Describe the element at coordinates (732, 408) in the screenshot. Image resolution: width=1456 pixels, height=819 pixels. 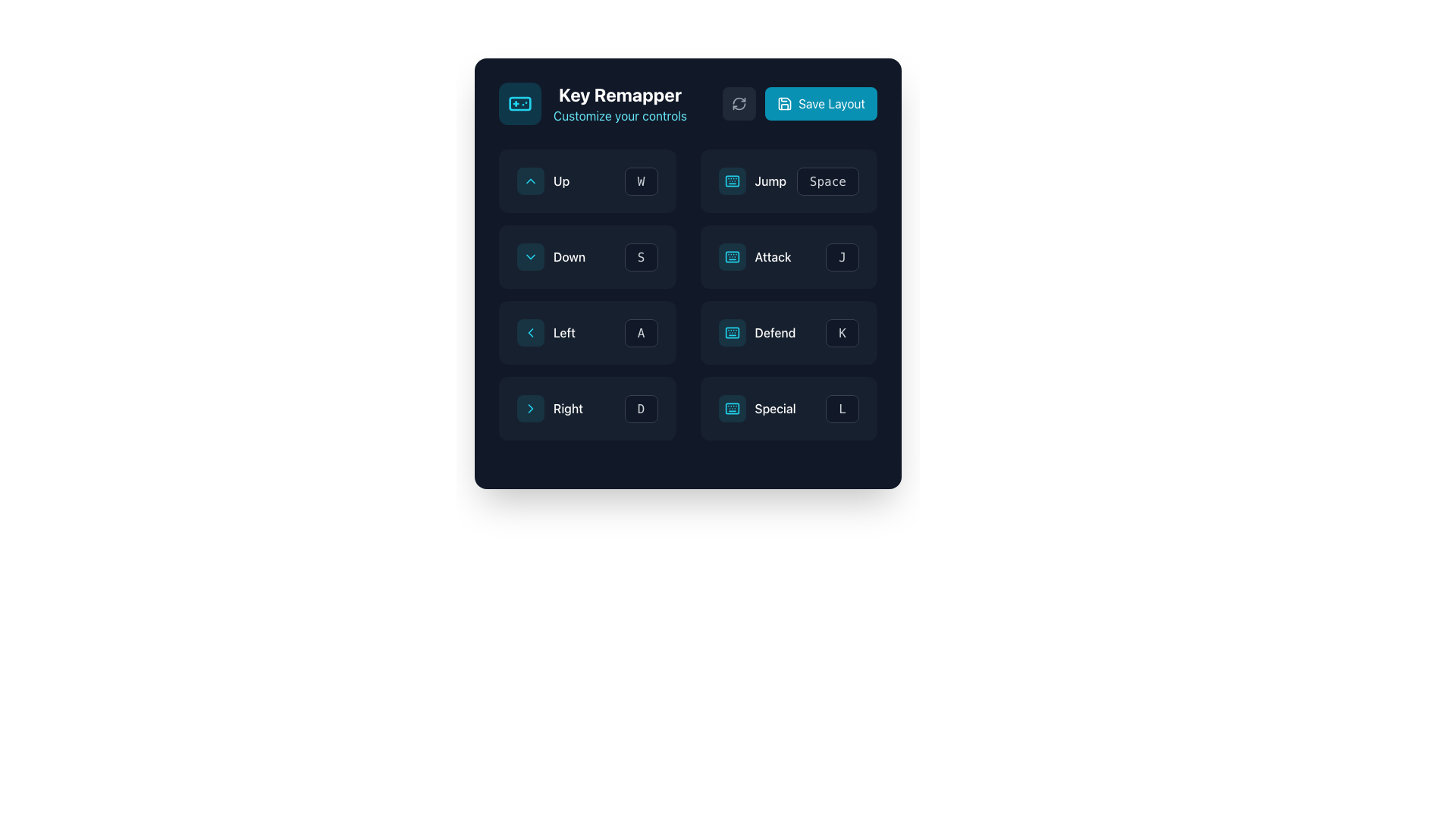
I see `the keyboard icon located in the bottom-right corner of the grid, which is inside a light cyan button labeled 'Special'` at that location.